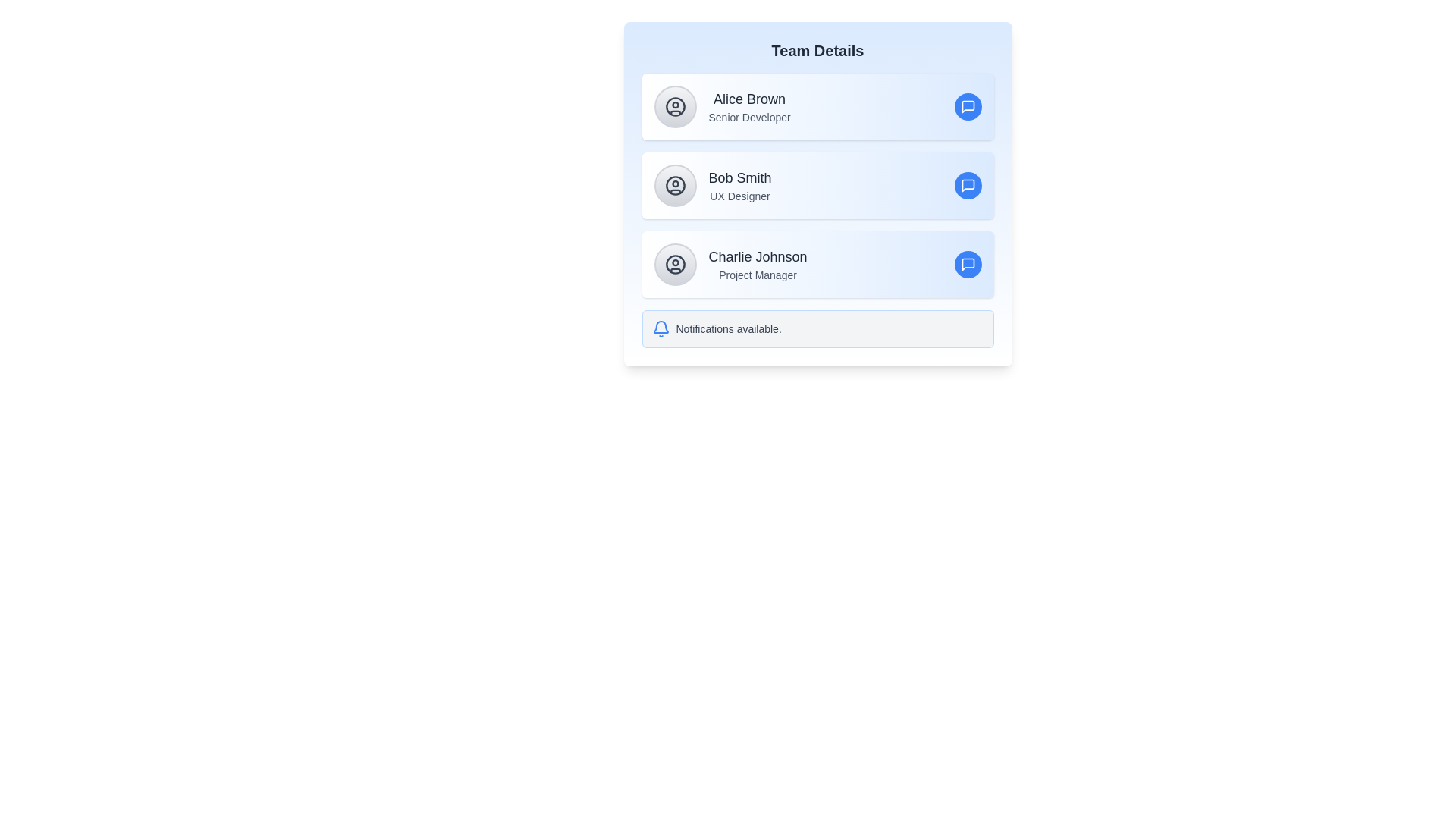  I want to click on the speech bubble icon located to the right of 'Bob Smith, UX Designer' in the 'Team Details' section to initiate a chat, so click(967, 185).